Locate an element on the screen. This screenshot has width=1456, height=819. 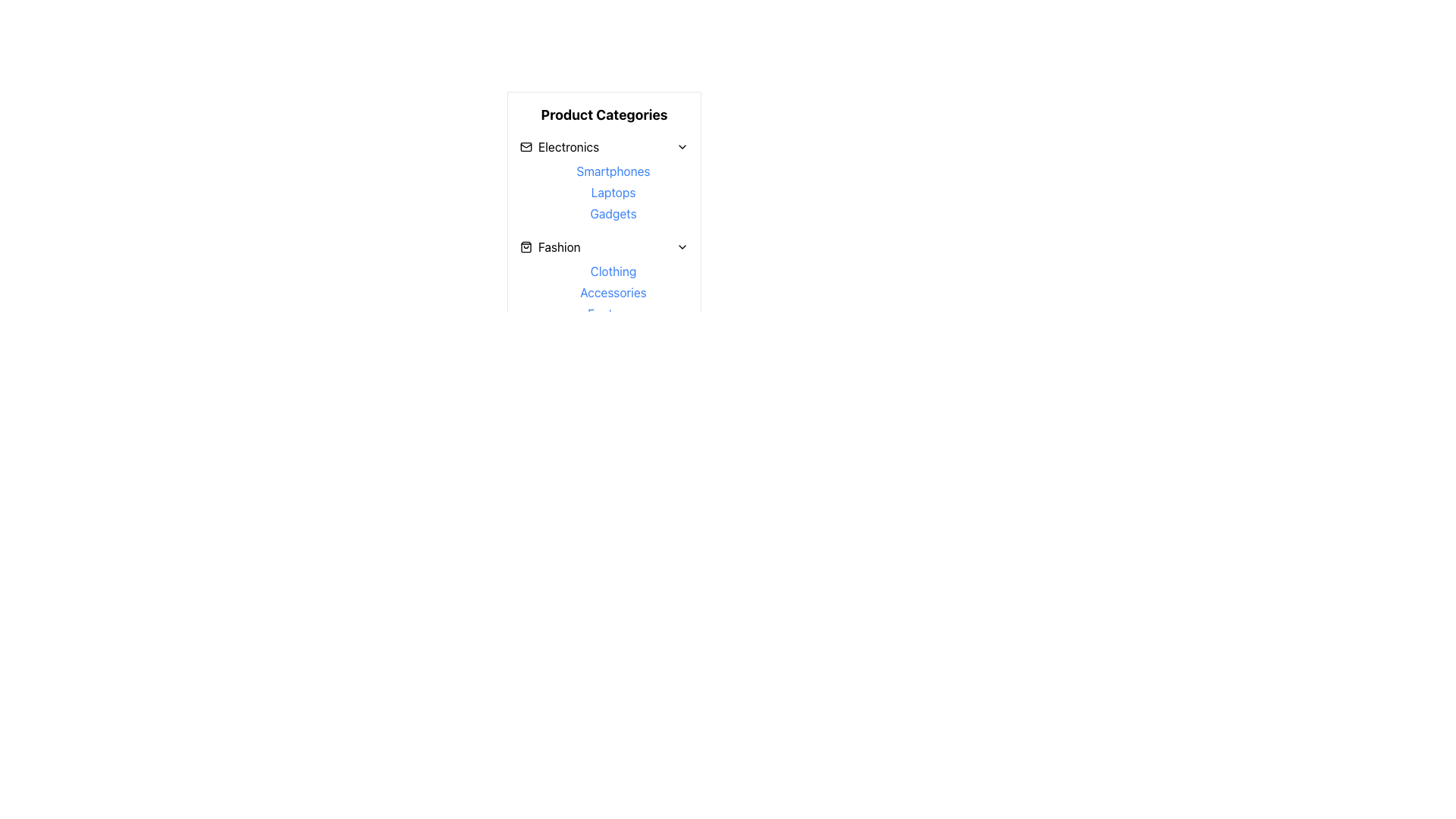
the 'Gadgets' link in the navigation list located in the 'Electronics' section of the 'Product Categories' panel is located at coordinates (613, 192).